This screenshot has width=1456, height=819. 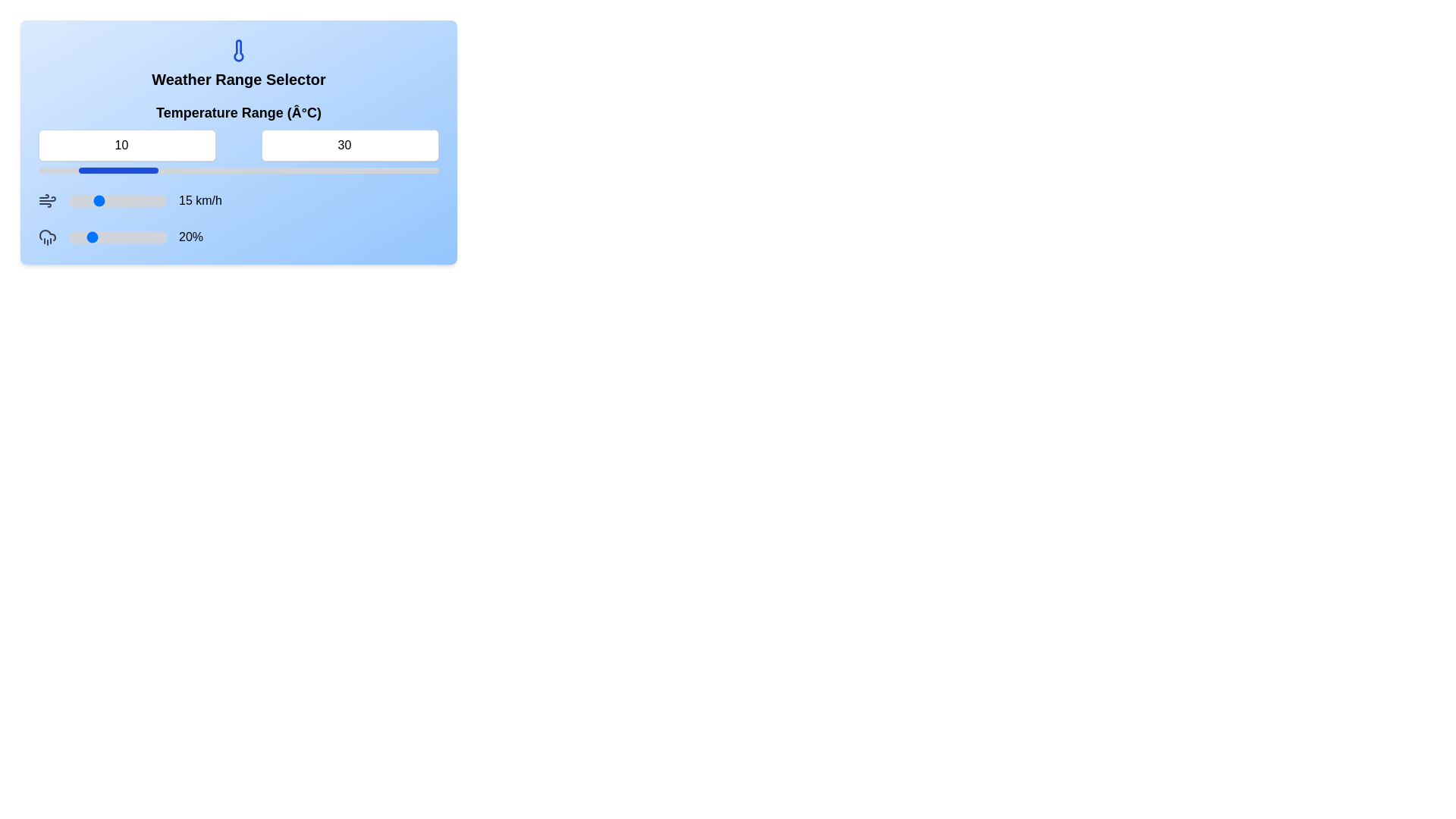 I want to click on the static text label displaying 'Weather Range Selector', which is prominently styled in bold with a large font size, located centrally between a thermometer icon and the caption 'Temperature Range (°C)', so click(x=238, y=79).